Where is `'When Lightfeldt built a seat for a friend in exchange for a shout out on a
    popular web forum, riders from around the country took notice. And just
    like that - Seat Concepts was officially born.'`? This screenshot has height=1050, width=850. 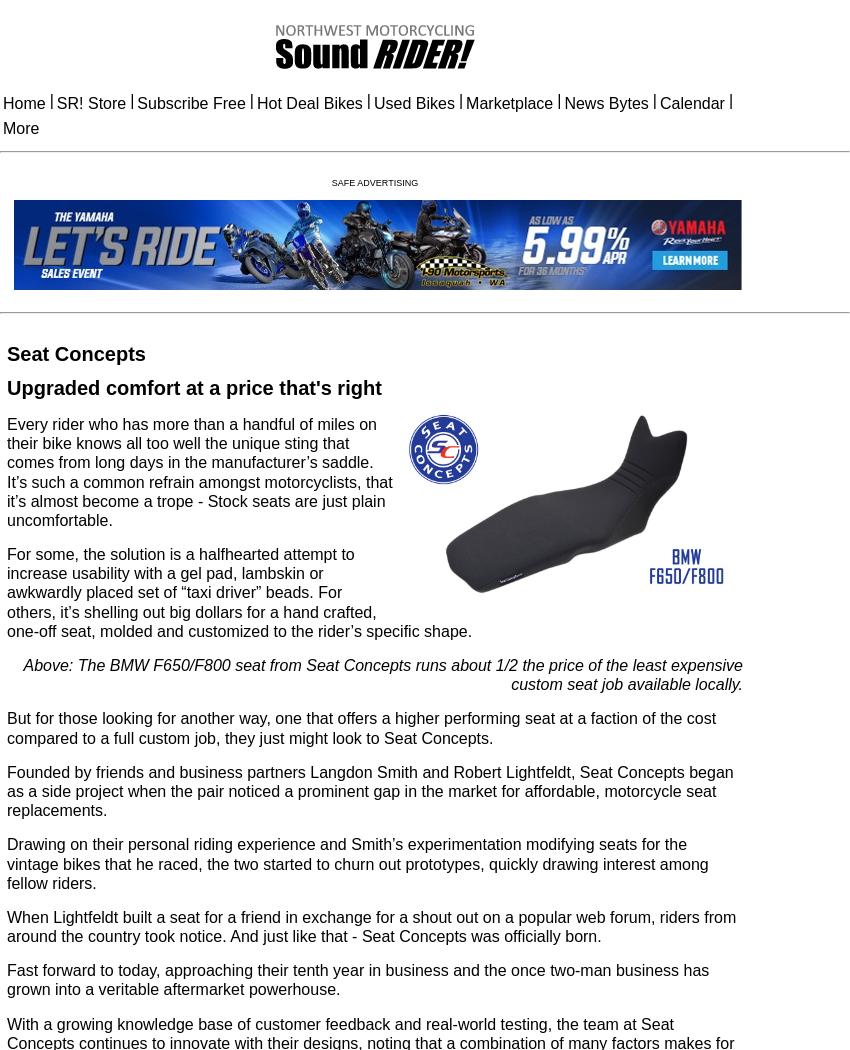 'When Lightfeldt built a seat for a friend in exchange for a shout out on a
    popular web forum, riders from around the country took notice. And just
    like that - Seat Concepts was officially born.' is located at coordinates (370, 926).